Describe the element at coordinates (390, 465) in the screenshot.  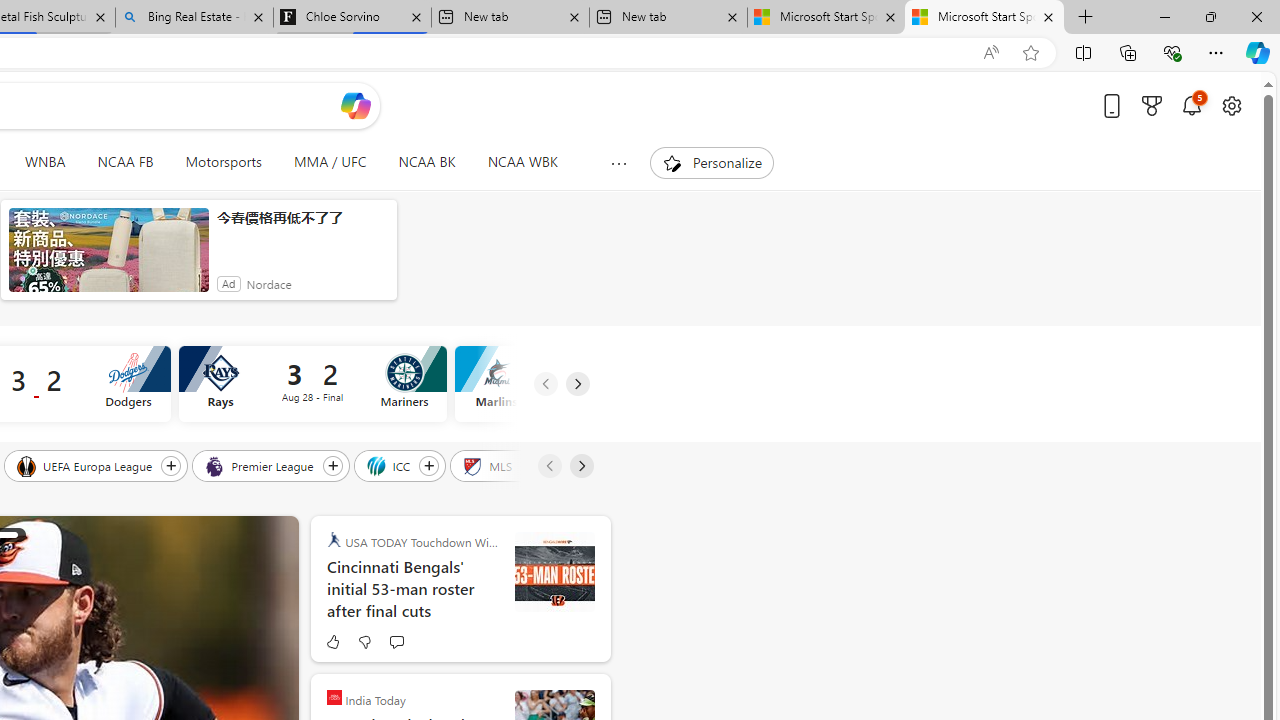
I see `'ICC'` at that location.